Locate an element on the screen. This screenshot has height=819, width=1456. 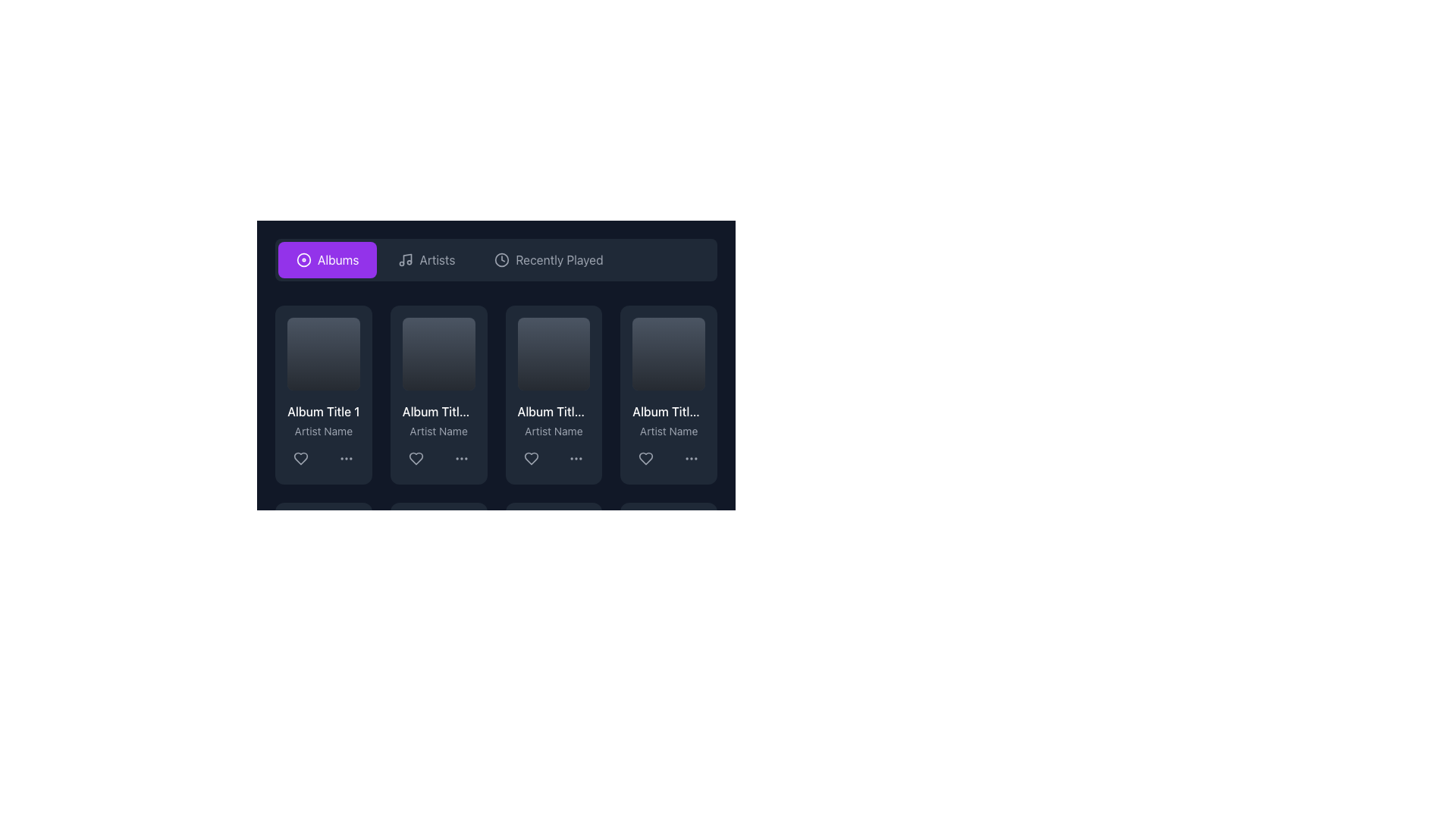
the 'Like' or 'Favorite' button located in the first column beneath the album title is located at coordinates (301, 457).